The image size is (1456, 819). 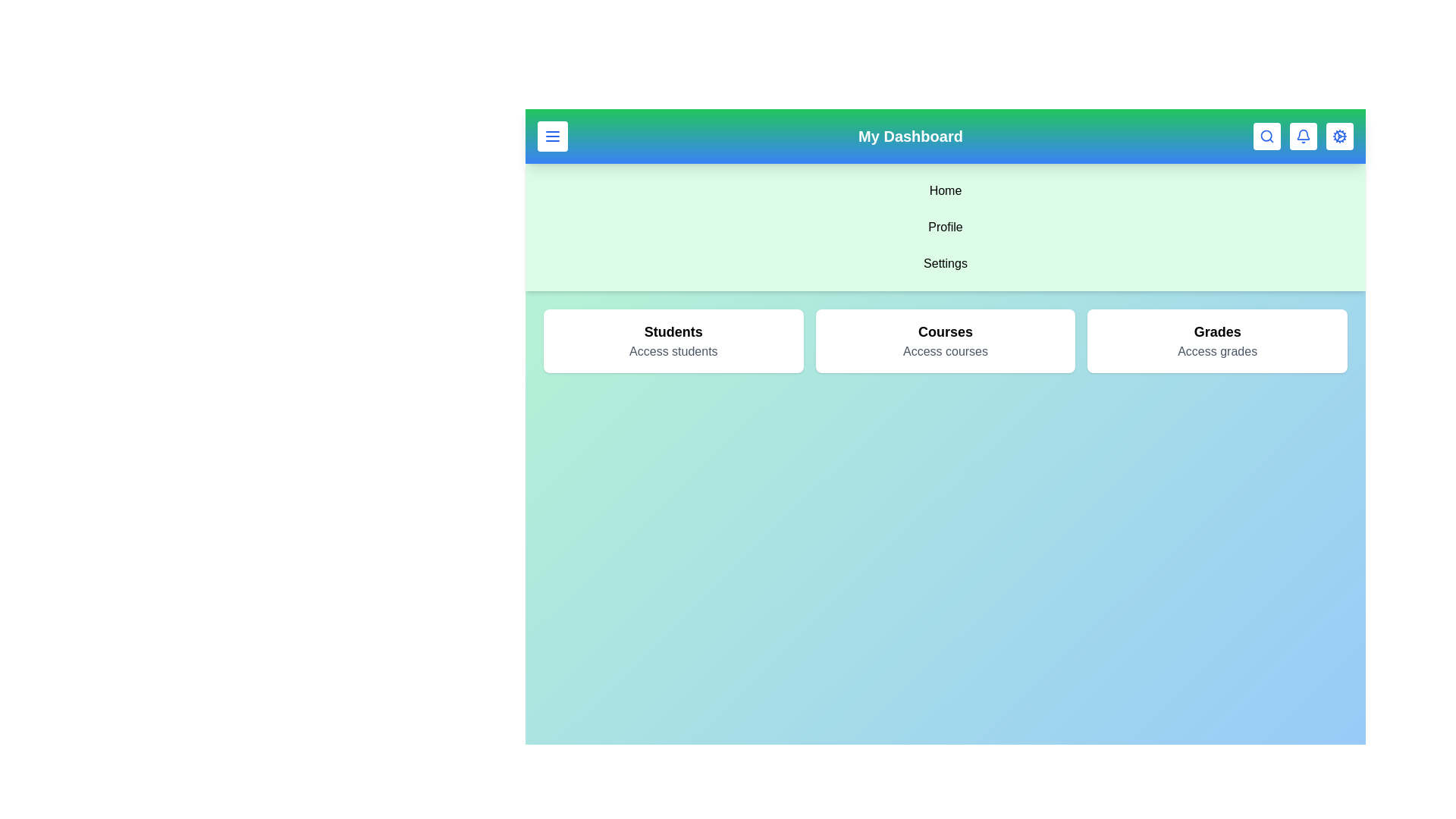 I want to click on the Grades card in the main content area, so click(x=1218, y=341).